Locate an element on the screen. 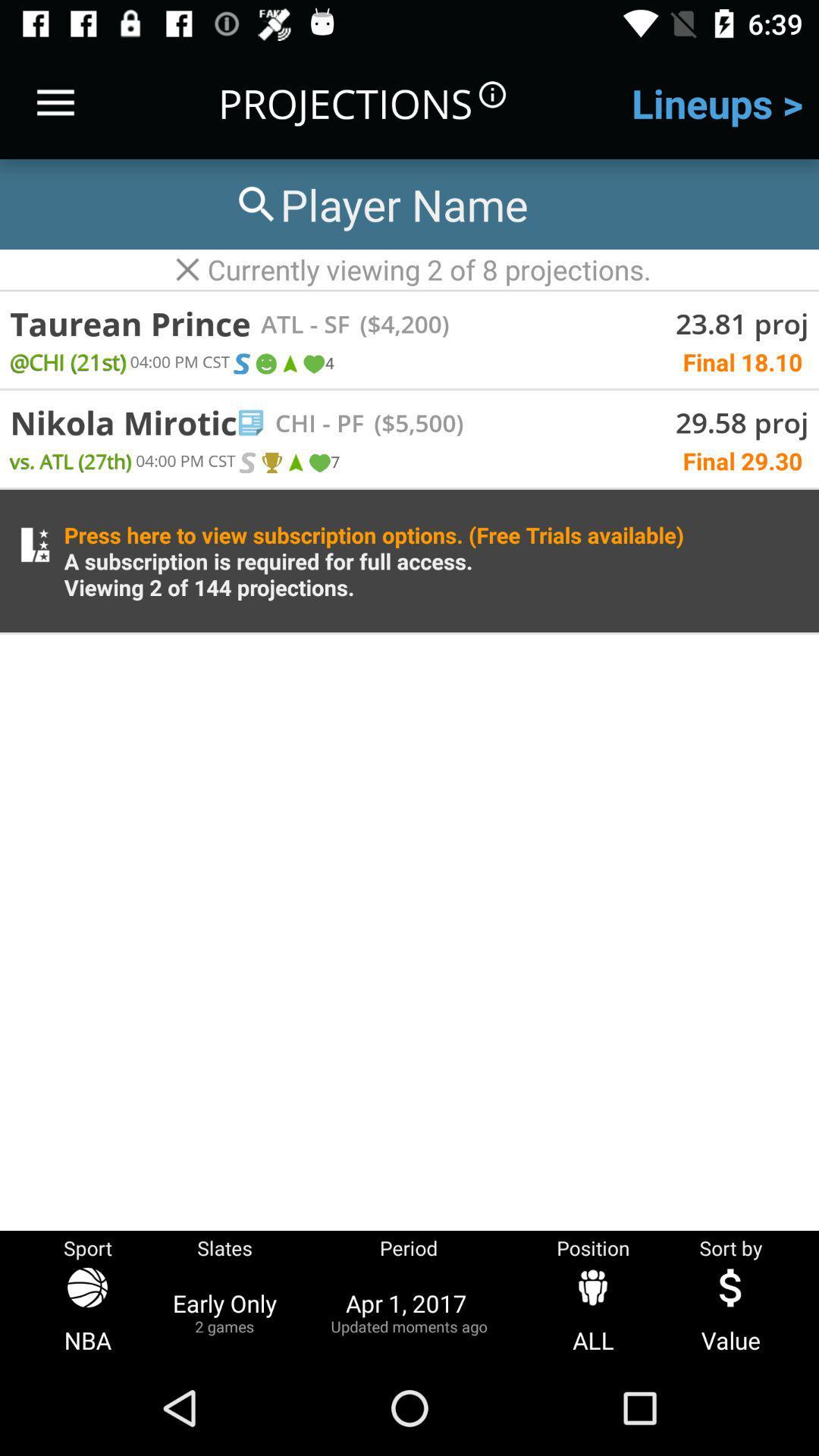 The width and height of the screenshot is (819, 1456). the logo at bottom left is located at coordinates (34, 545).